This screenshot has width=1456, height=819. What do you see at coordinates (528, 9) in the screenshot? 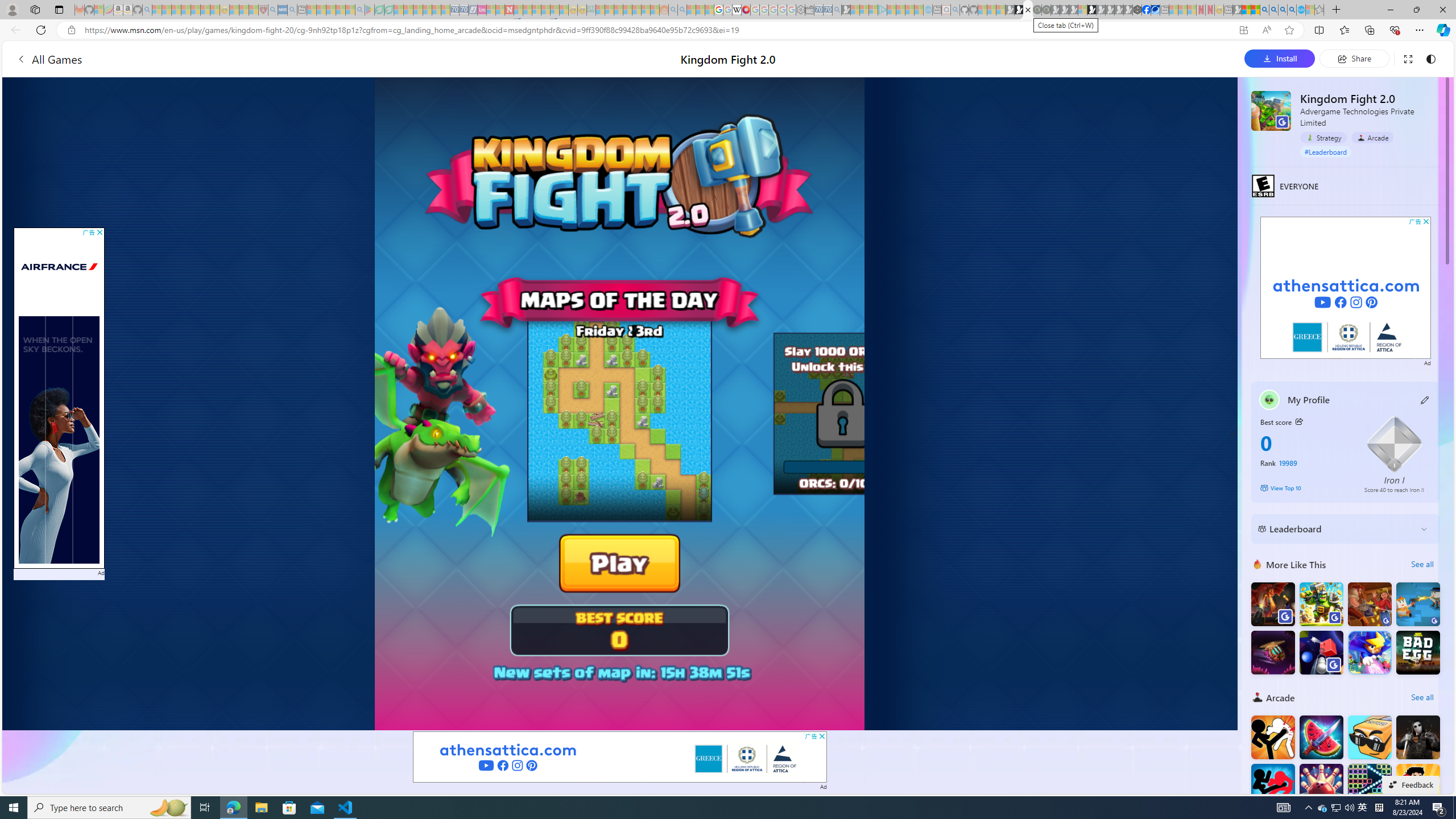
I see `'14 Common Myths Debunked By Scientific Facts - Sleeping'` at bounding box center [528, 9].